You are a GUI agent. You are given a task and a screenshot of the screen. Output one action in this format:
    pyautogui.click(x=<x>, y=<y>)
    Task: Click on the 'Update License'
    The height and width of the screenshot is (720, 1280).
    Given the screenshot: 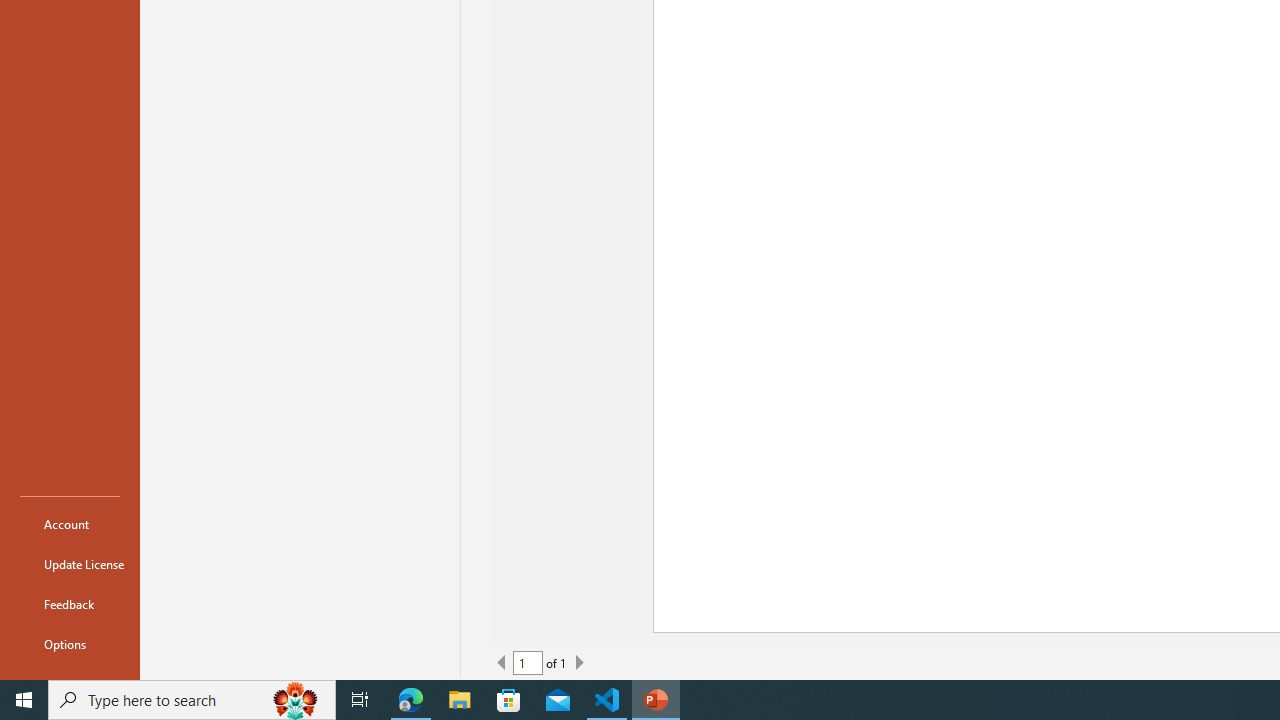 What is the action you would take?
    pyautogui.click(x=69, y=564)
    